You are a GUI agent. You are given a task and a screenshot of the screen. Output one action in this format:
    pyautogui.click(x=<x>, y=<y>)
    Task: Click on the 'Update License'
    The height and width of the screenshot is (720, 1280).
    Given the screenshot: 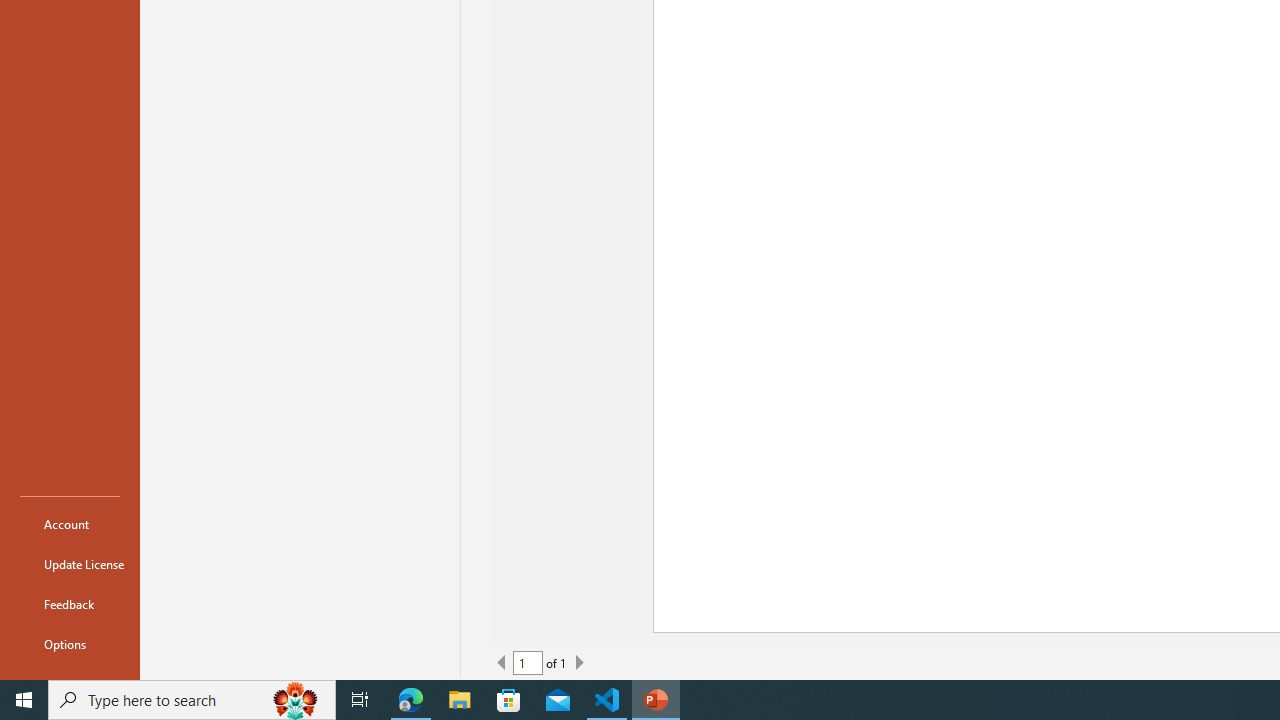 What is the action you would take?
    pyautogui.click(x=69, y=564)
    